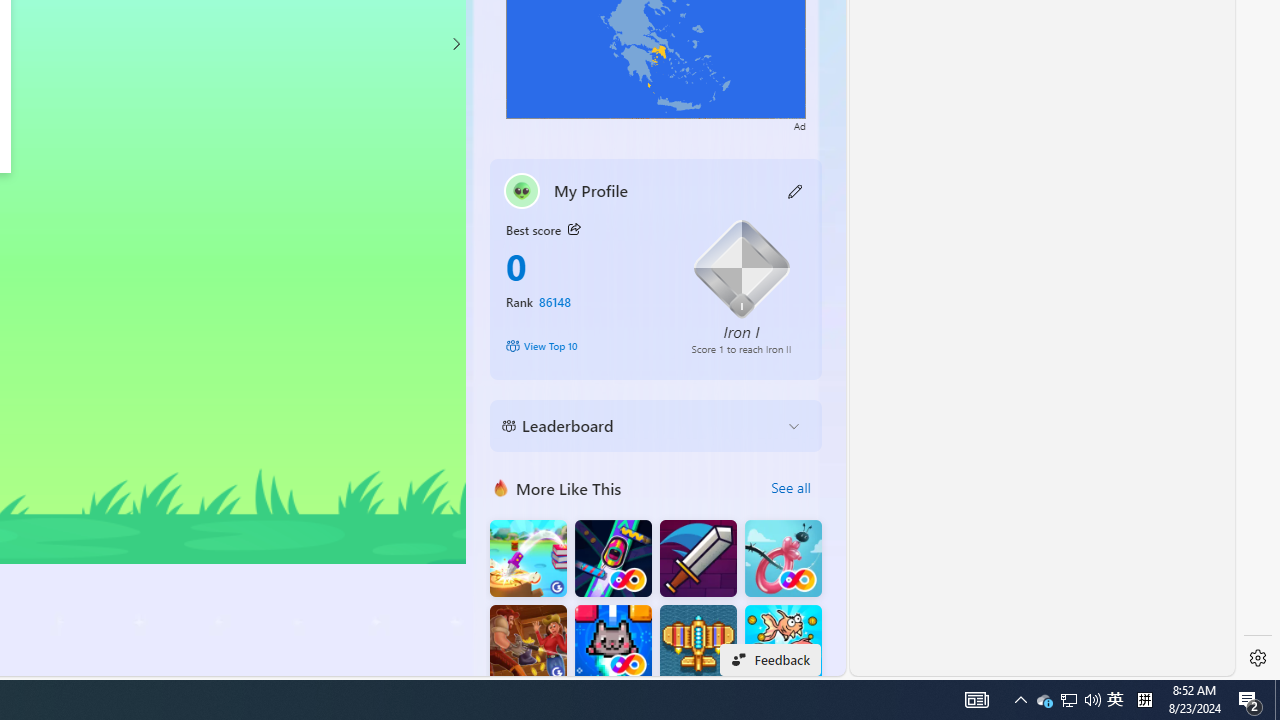 The image size is (1280, 720). What do you see at coordinates (612, 558) in the screenshot?
I see `'Bumper Car FRVR'` at bounding box center [612, 558].